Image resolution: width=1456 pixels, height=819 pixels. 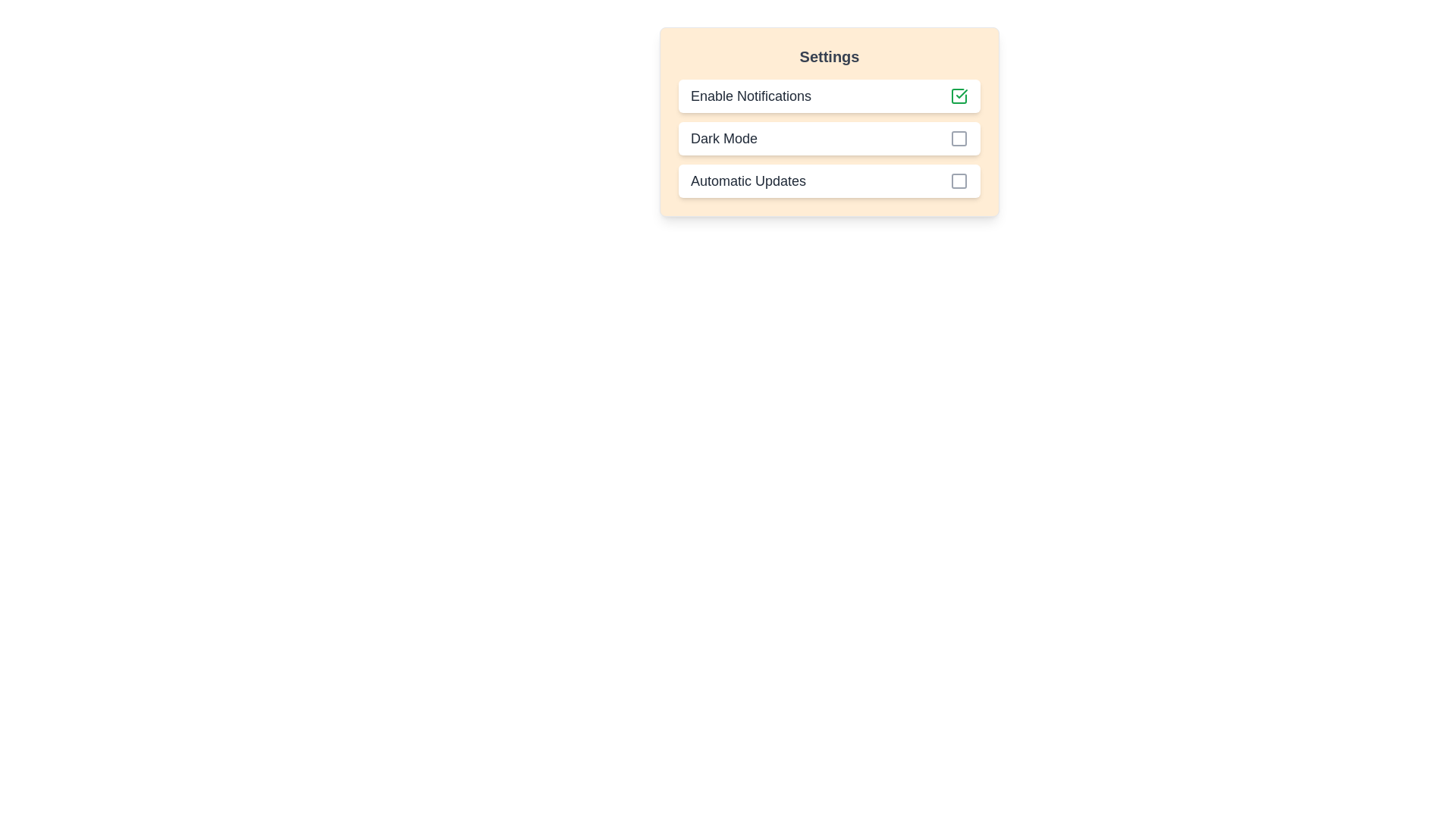 I want to click on the small gray square with rounded corners inside the checkbox for 'Automatic Updates' in the 'Settings' pane, so click(x=959, y=180).